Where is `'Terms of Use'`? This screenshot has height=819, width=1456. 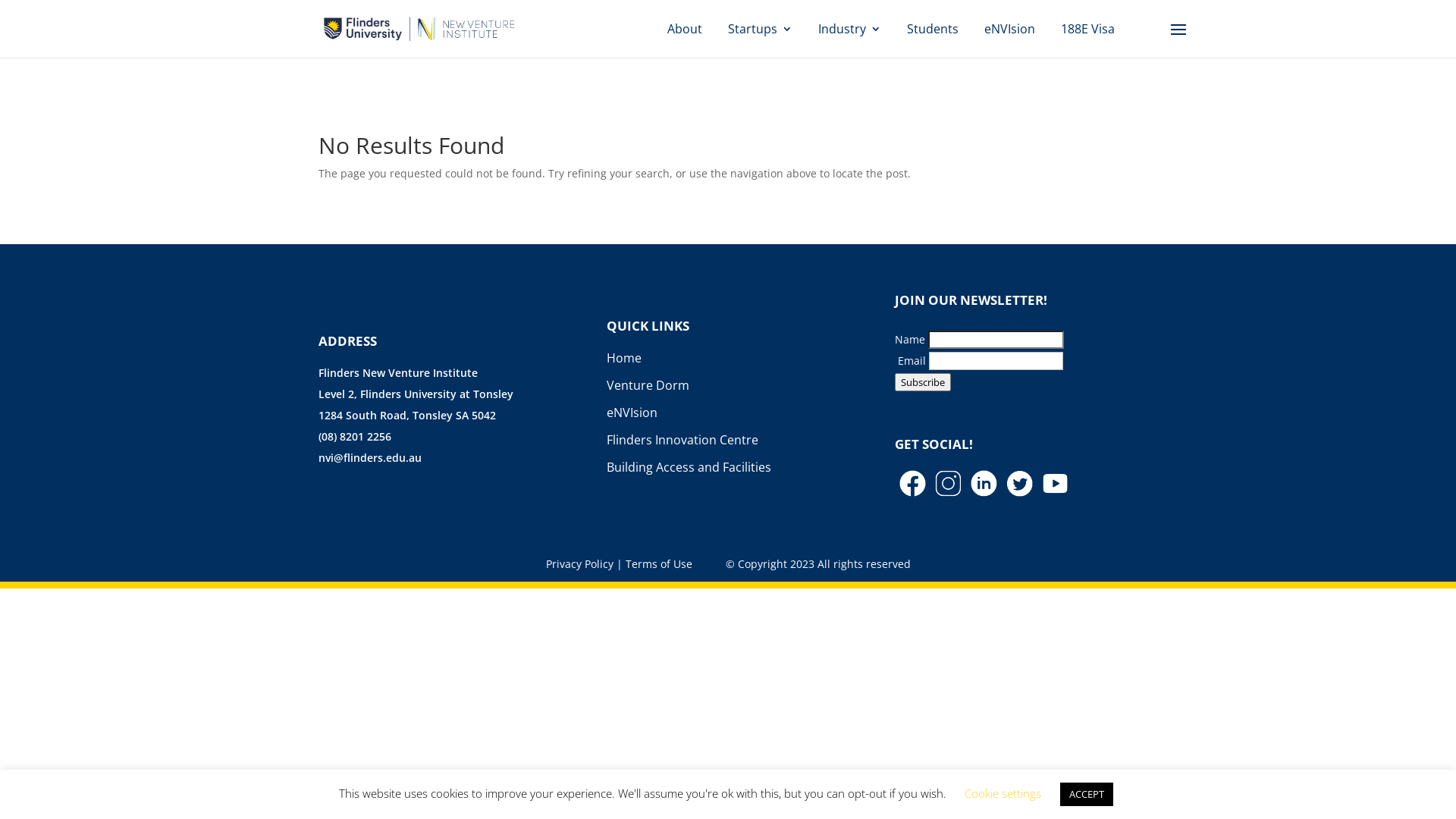
'Terms of Use' is located at coordinates (625, 563).